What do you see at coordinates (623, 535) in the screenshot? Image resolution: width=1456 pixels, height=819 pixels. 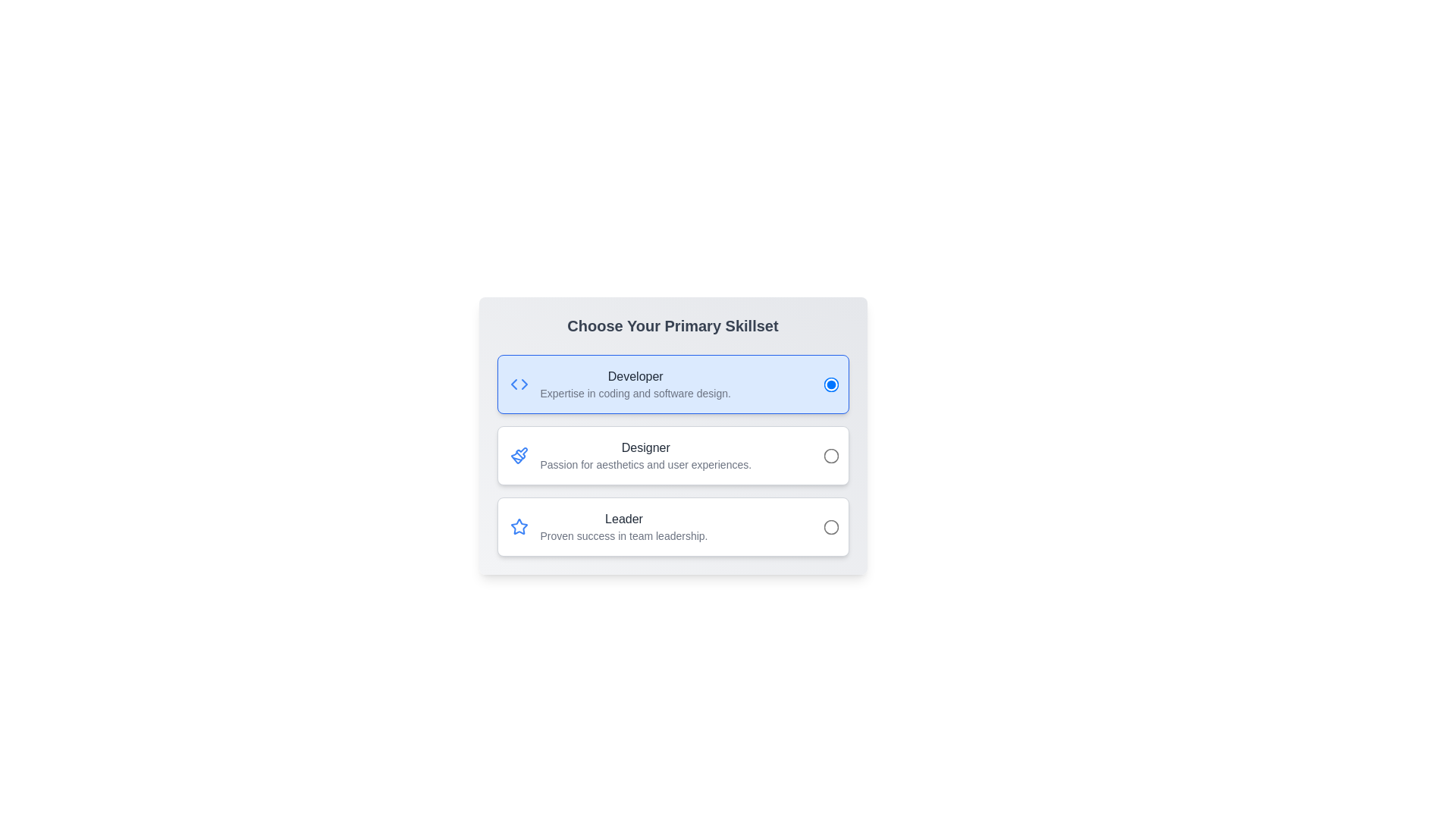 I see `text content of the descriptive subtitle located below the 'Leader' option` at bounding box center [623, 535].